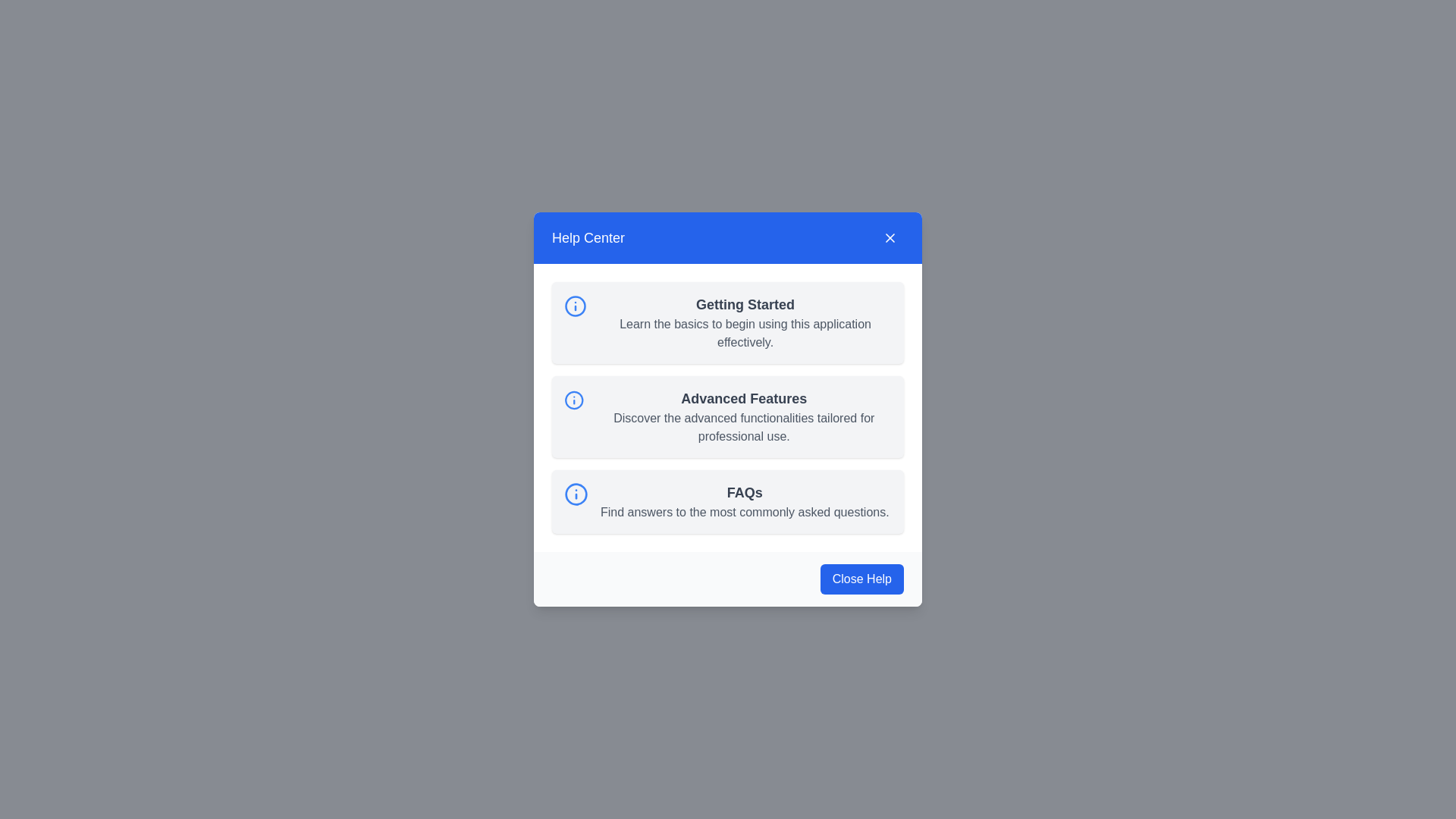 The image size is (1456, 819). I want to click on the Close button located in the top-right corner of the 'Help Center' dialog, so click(890, 237).